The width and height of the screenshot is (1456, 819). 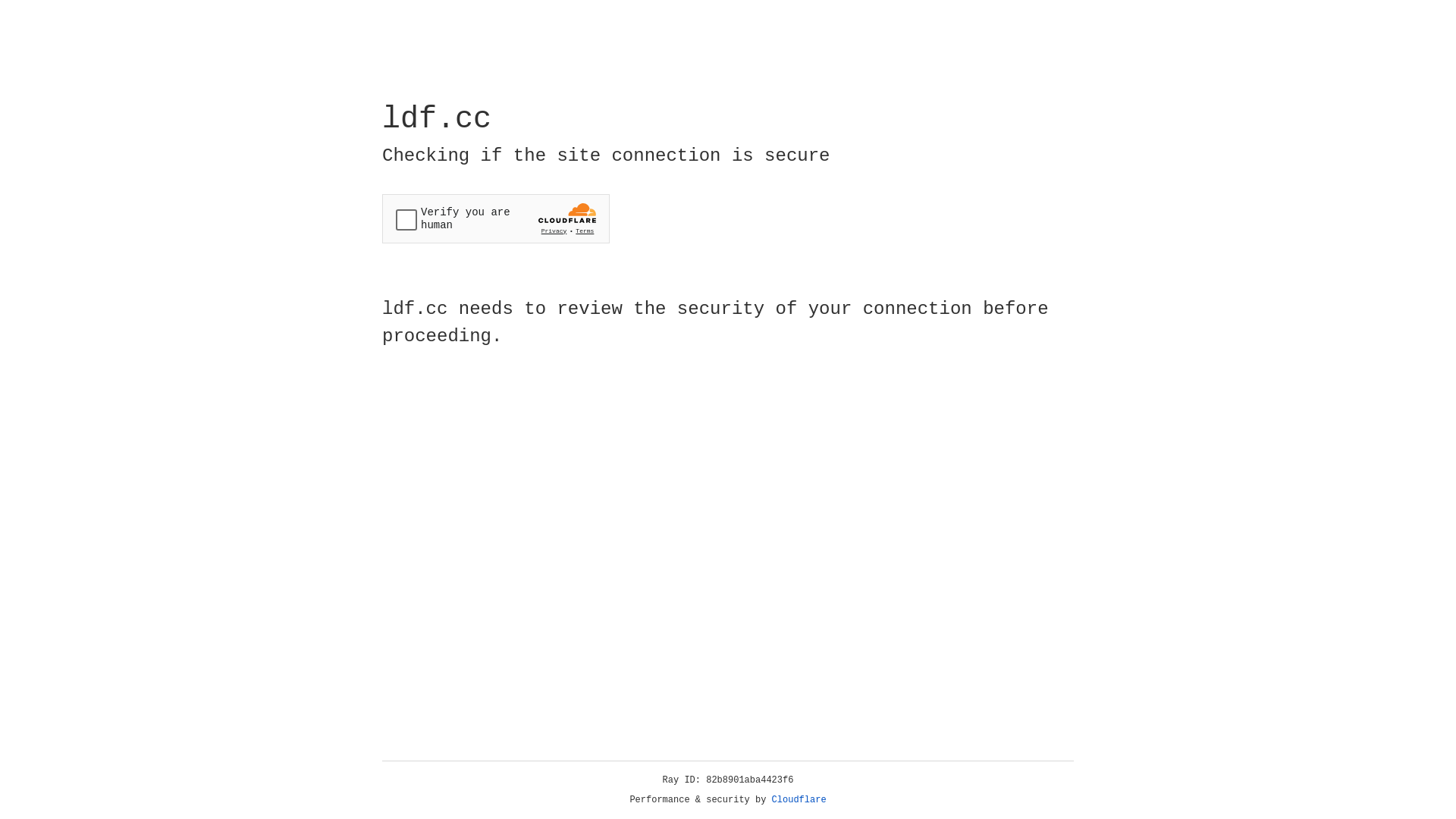 What do you see at coordinates (799, 799) in the screenshot?
I see `'Cloudflare'` at bounding box center [799, 799].